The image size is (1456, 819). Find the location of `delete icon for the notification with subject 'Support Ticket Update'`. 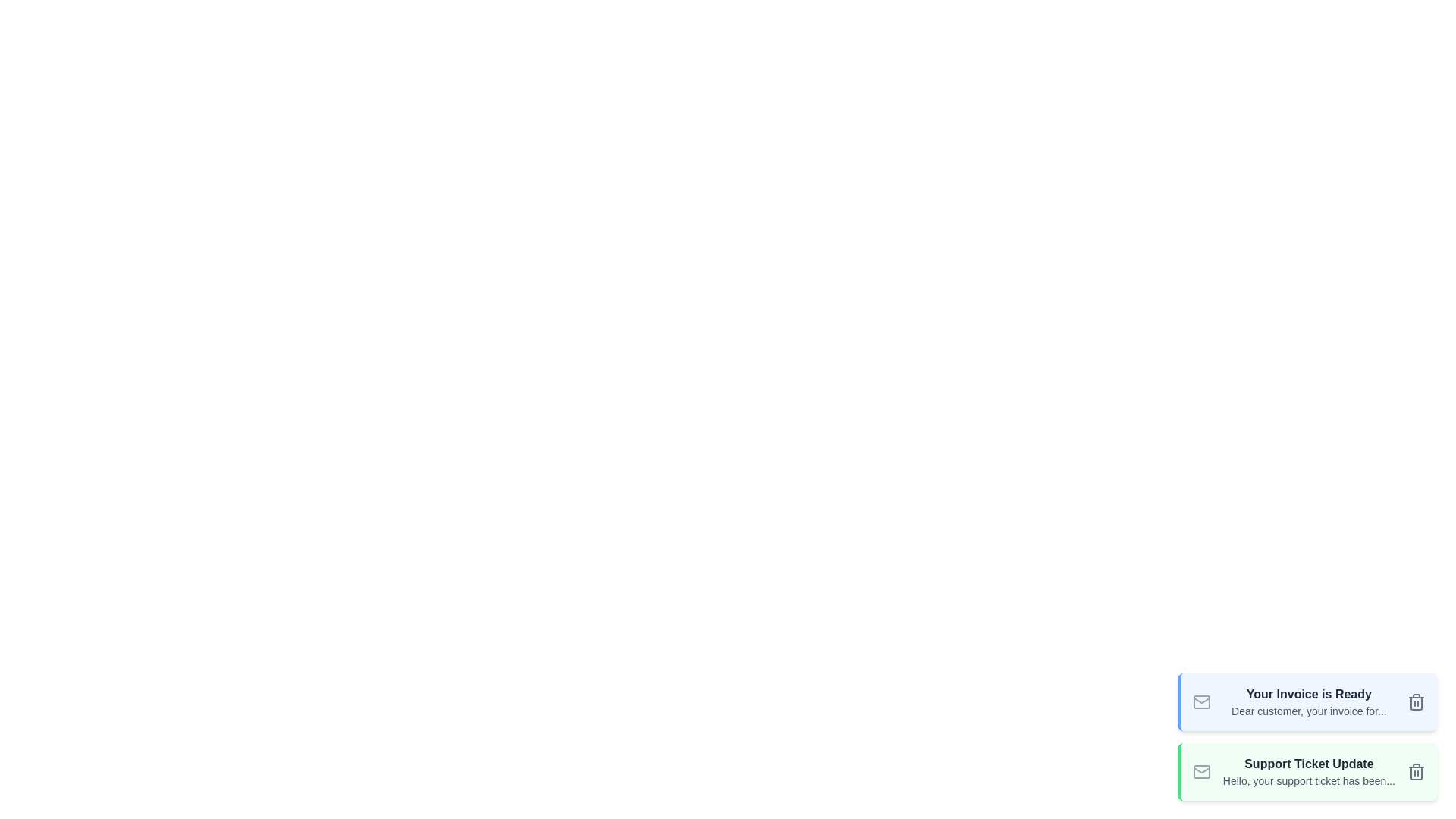

delete icon for the notification with subject 'Support Ticket Update' is located at coordinates (1415, 772).